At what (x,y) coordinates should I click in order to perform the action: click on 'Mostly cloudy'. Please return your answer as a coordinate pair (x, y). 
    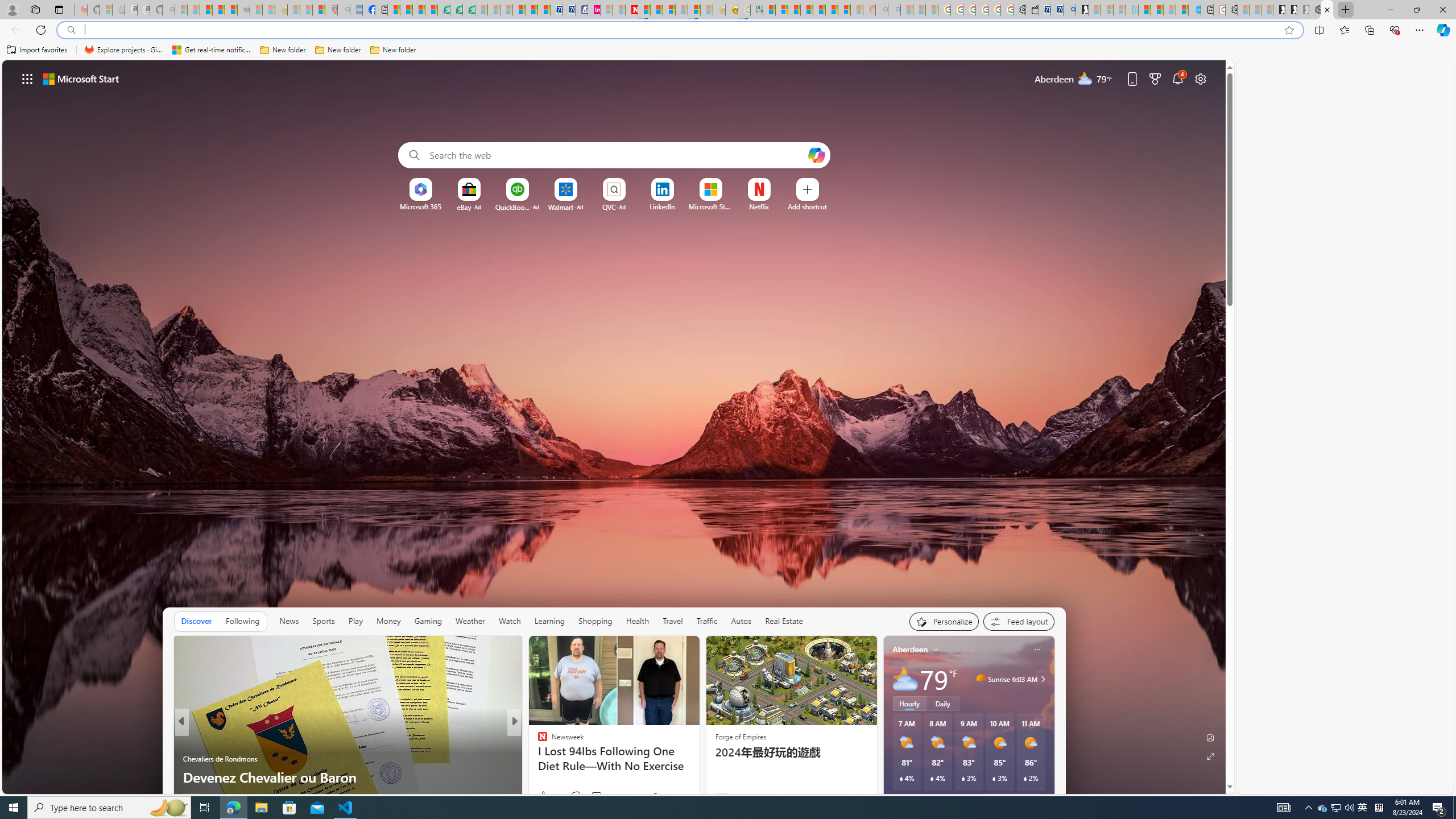
    Looking at the image, I should click on (904, 678).